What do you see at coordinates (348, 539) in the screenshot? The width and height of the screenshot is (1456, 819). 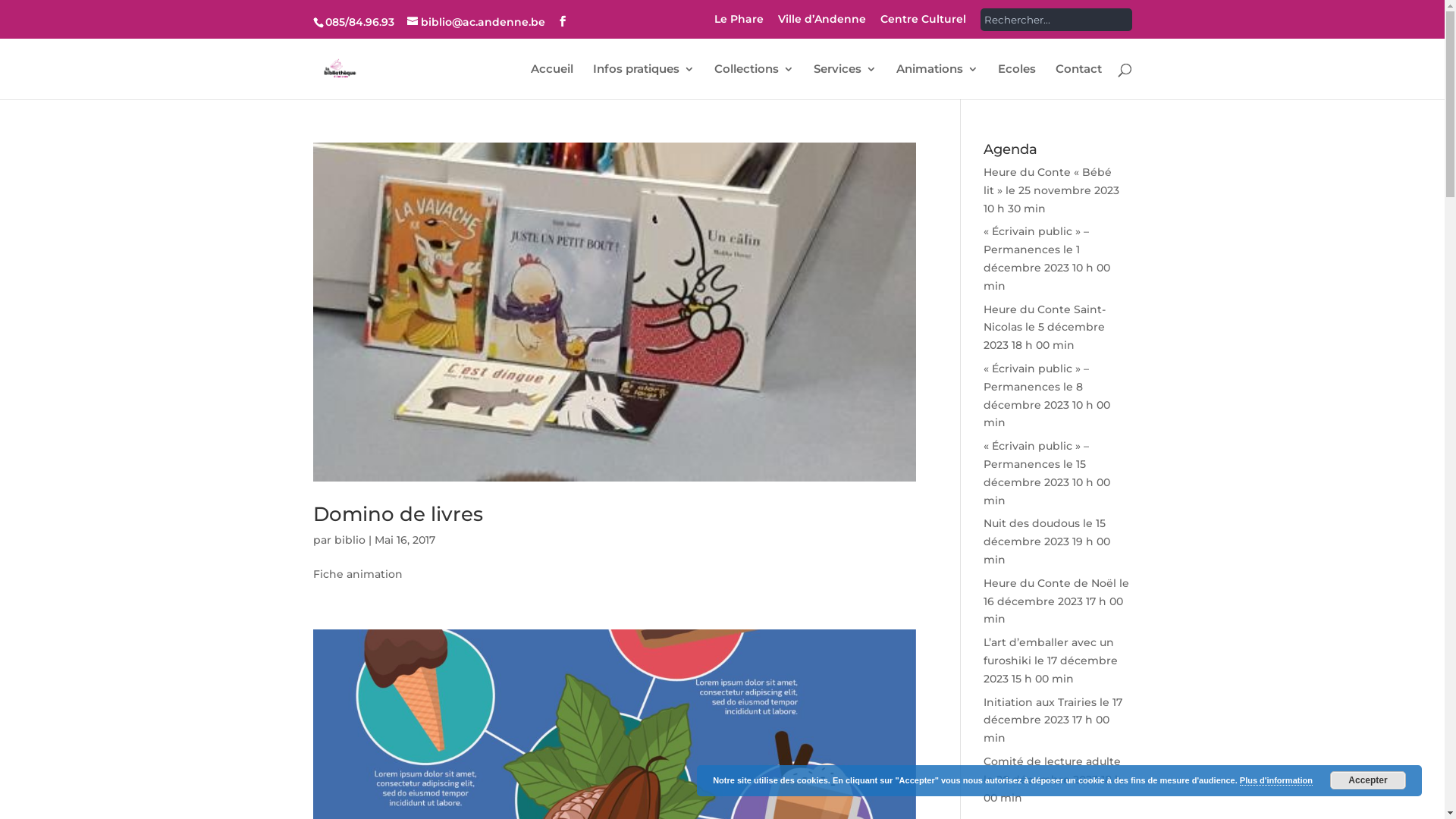 I see `'biblio'` at bounding box center [348, 539].